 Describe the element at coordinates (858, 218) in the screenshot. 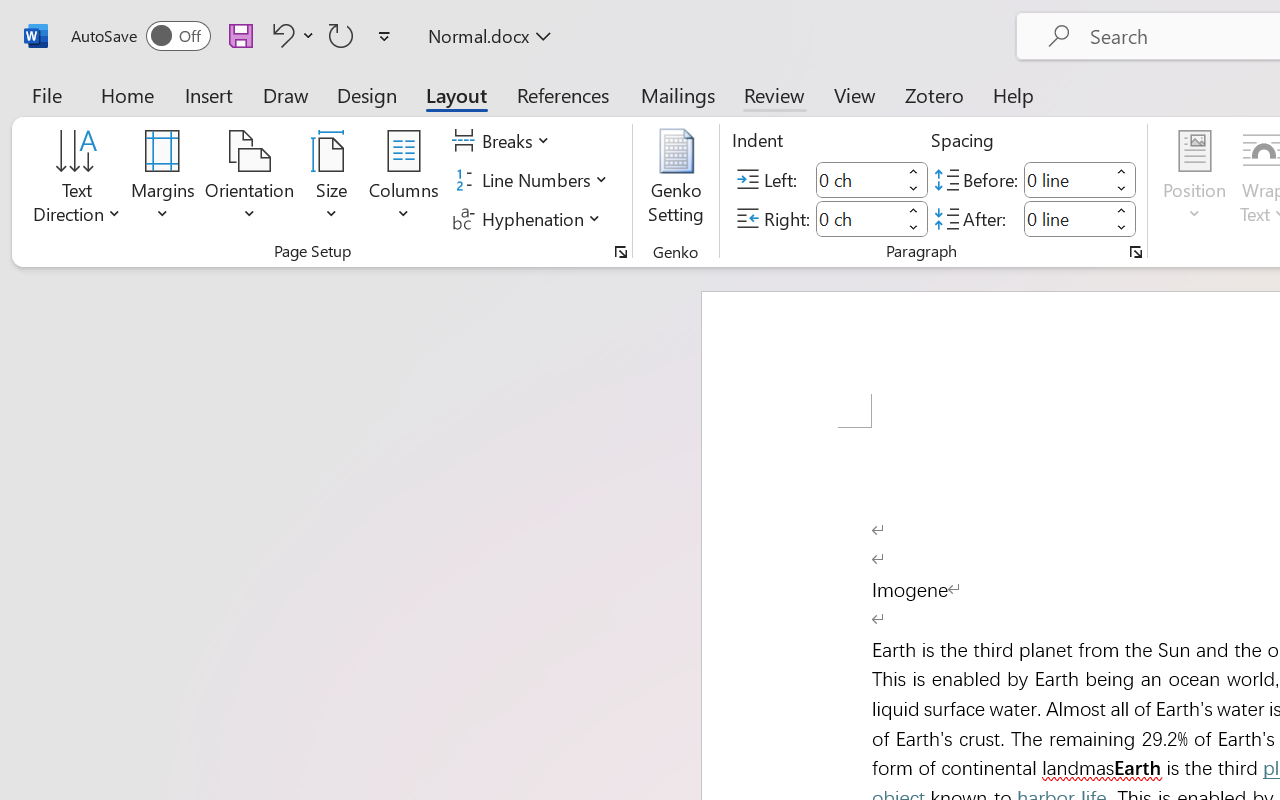

I see `'Indent Right'` at that location.